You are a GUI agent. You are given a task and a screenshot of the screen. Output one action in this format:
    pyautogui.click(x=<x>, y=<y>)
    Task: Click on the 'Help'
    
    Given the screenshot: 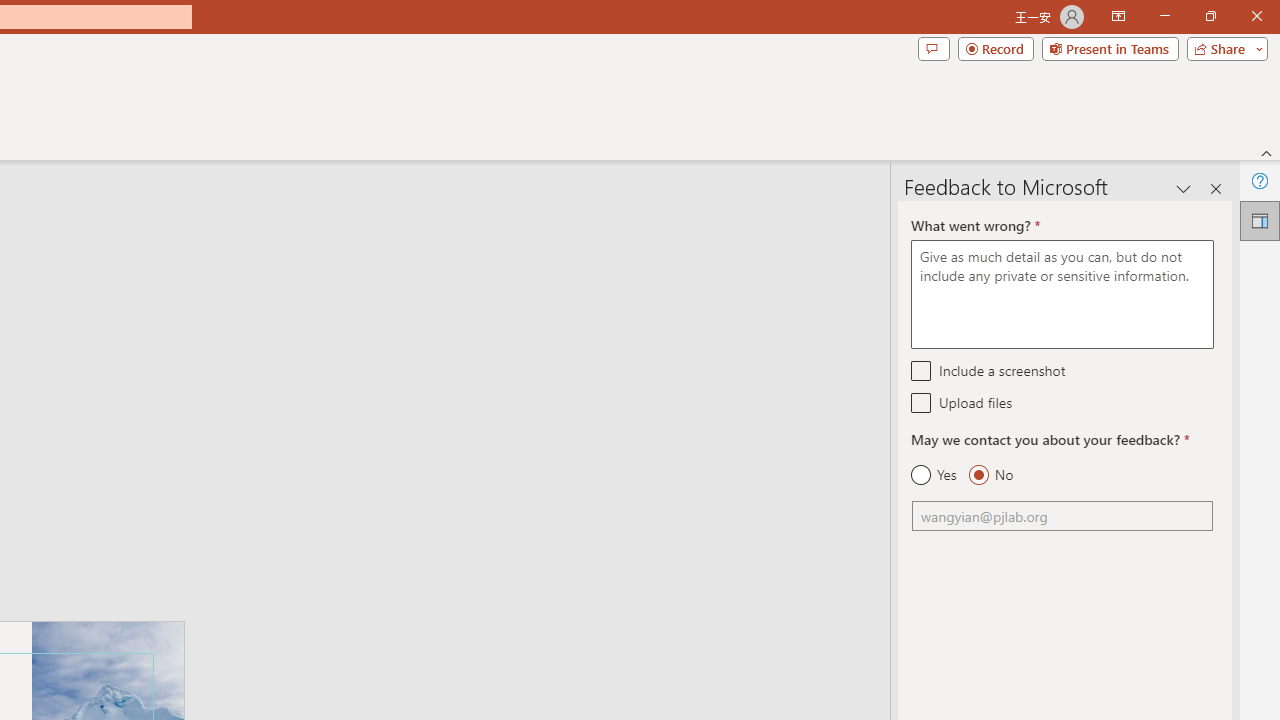 What is the action you would take?
    pyautogui.click(x=1259, y=181)
    